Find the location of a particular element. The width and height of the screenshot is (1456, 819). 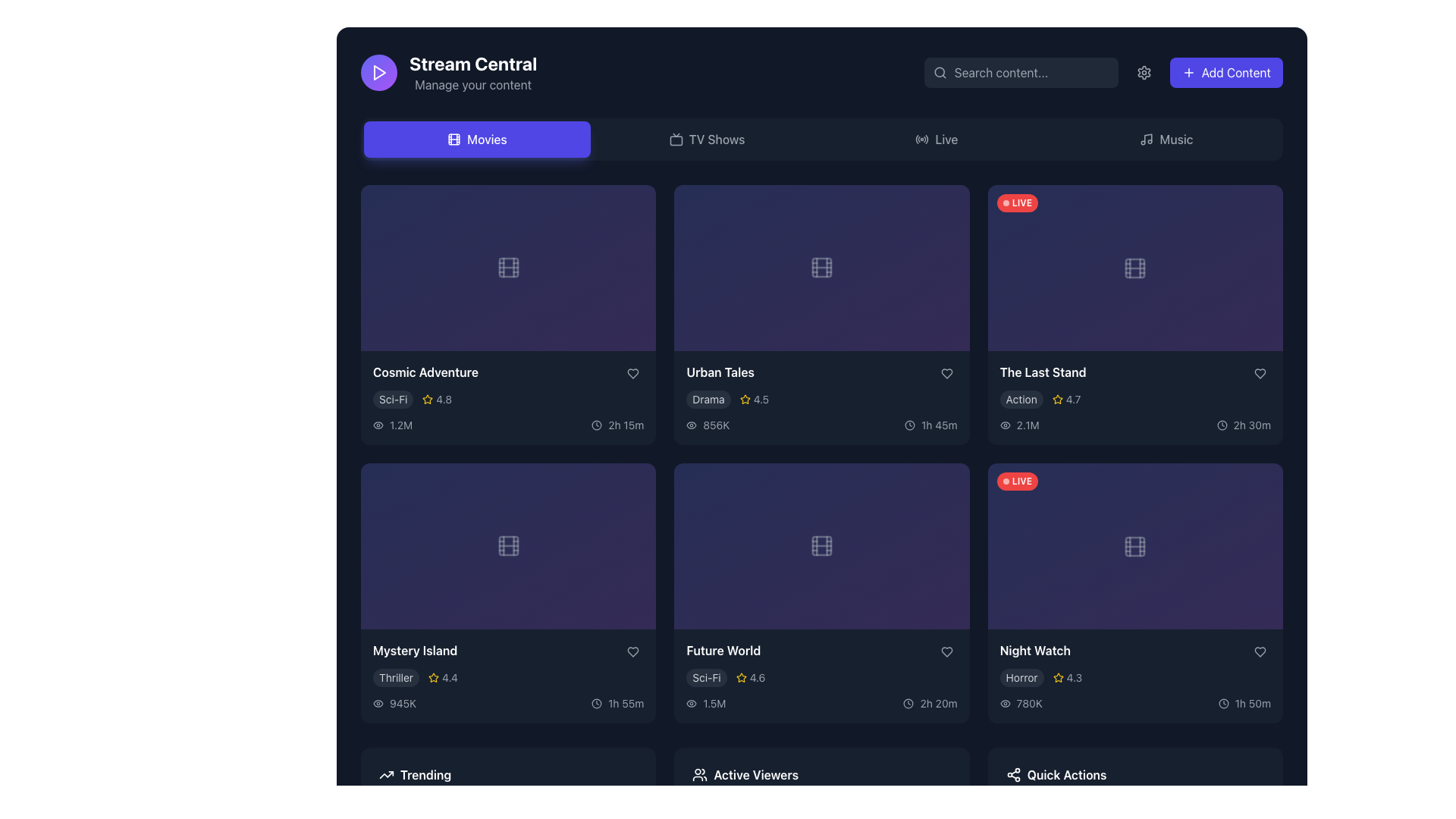

text label that says 'Quick Actions', which is styled in bold white font and located at the bottom-right corner of the interface, near a share icon is located at coordinates (1066, 775).